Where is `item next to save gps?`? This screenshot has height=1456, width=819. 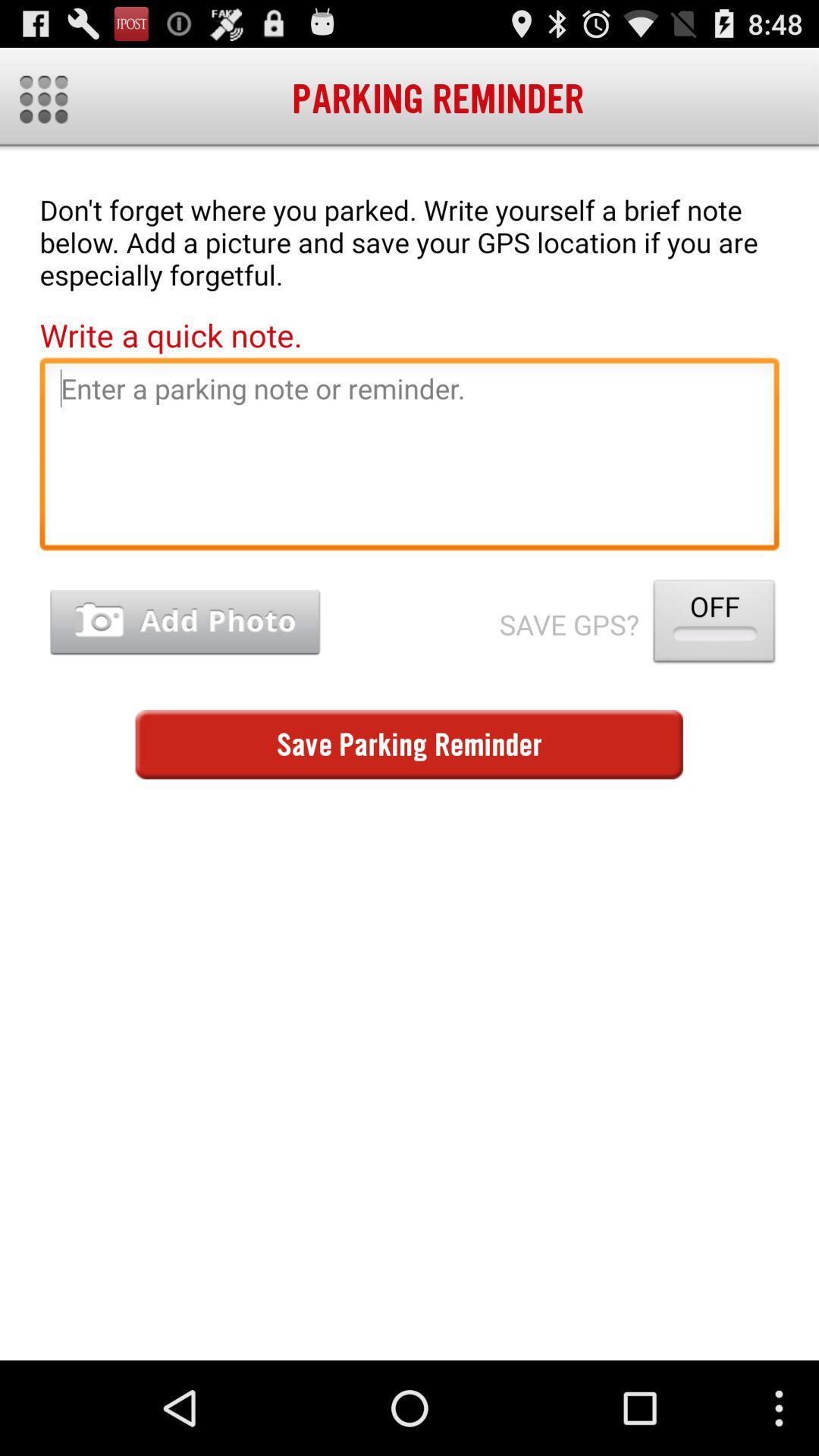
item next to save gps? is located at coordinates (714, 624).